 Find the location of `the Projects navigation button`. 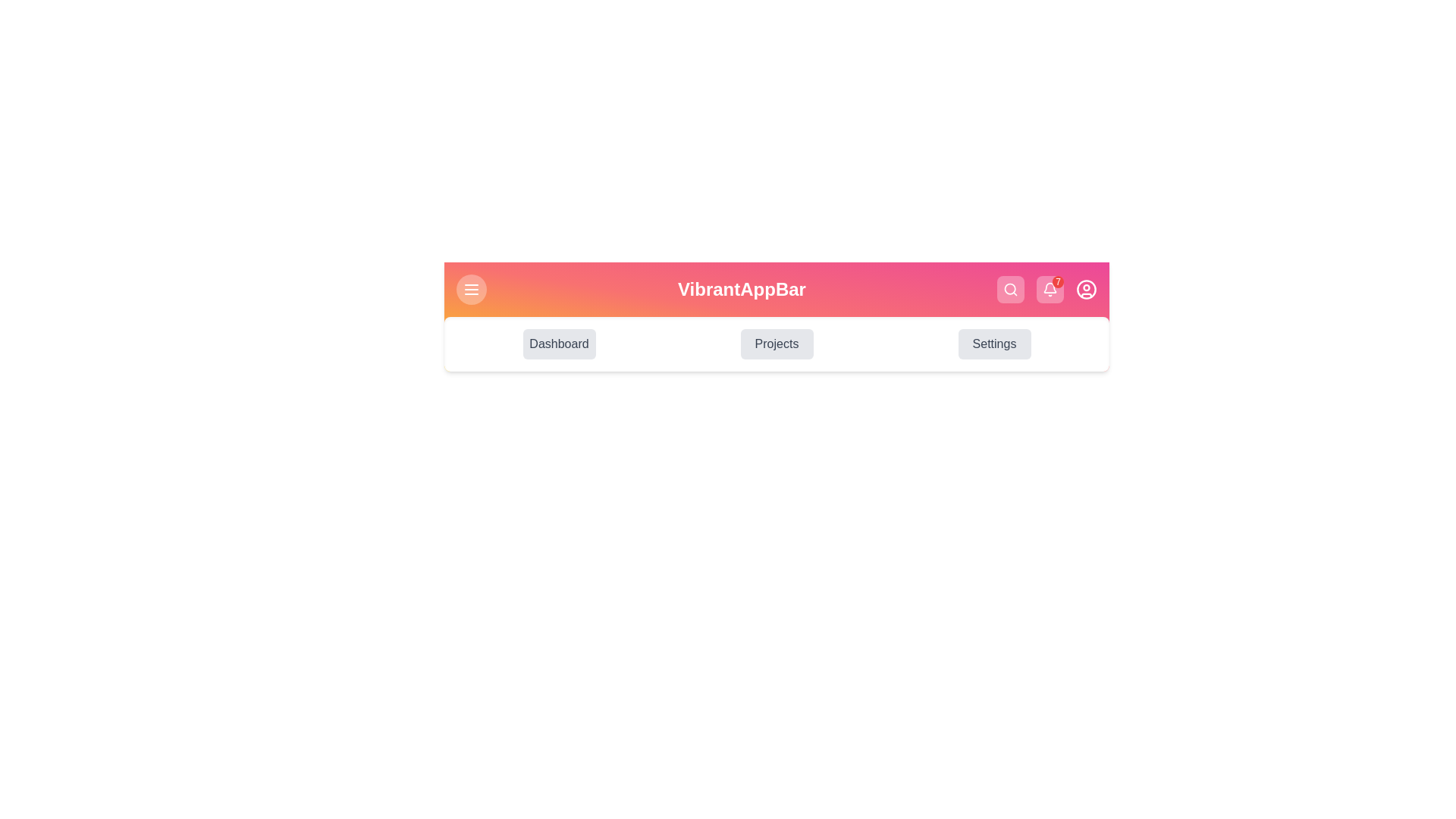

the Projects navigation button is located at coordinates (777, 344).